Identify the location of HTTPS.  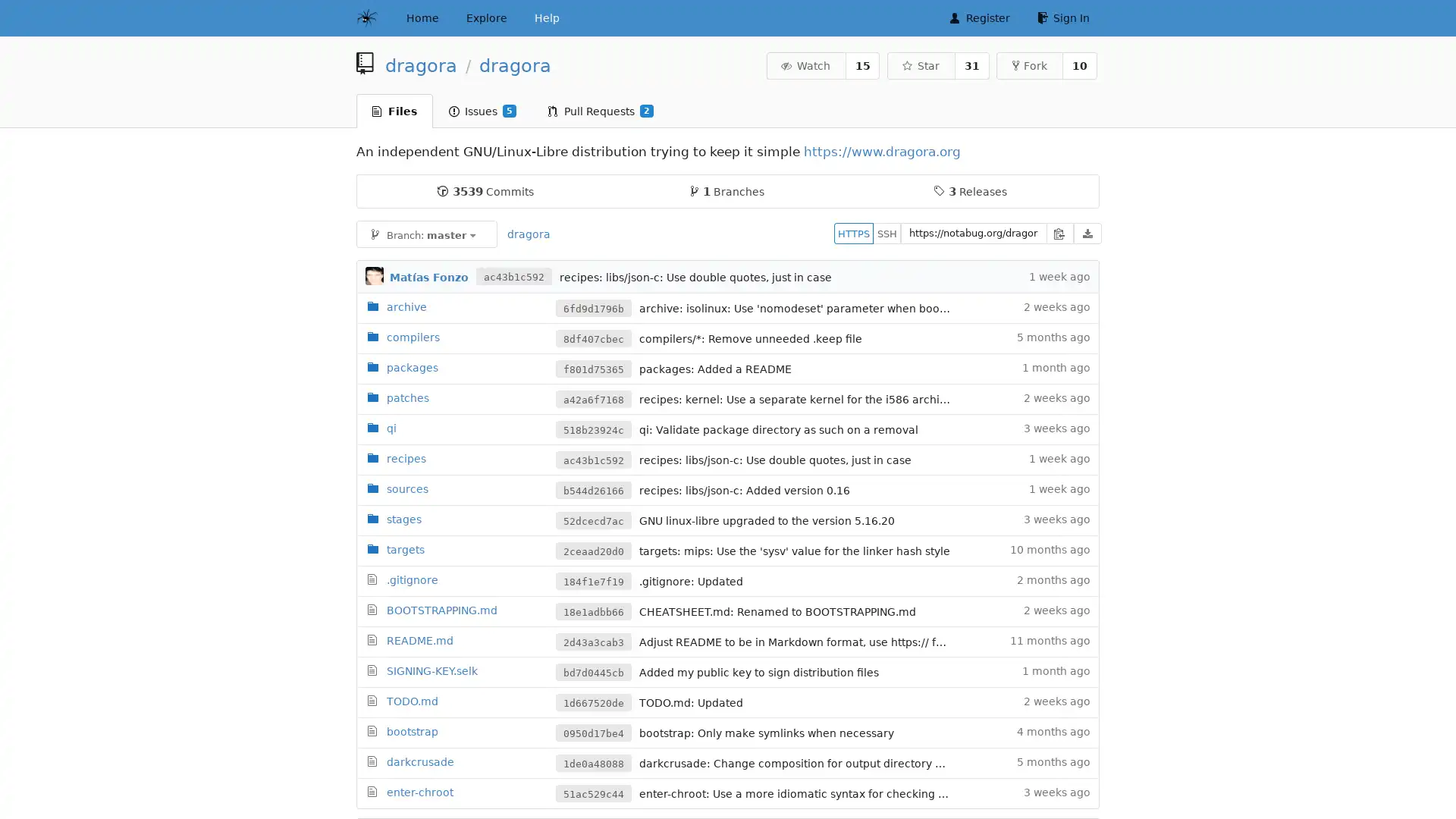
(854, 233).